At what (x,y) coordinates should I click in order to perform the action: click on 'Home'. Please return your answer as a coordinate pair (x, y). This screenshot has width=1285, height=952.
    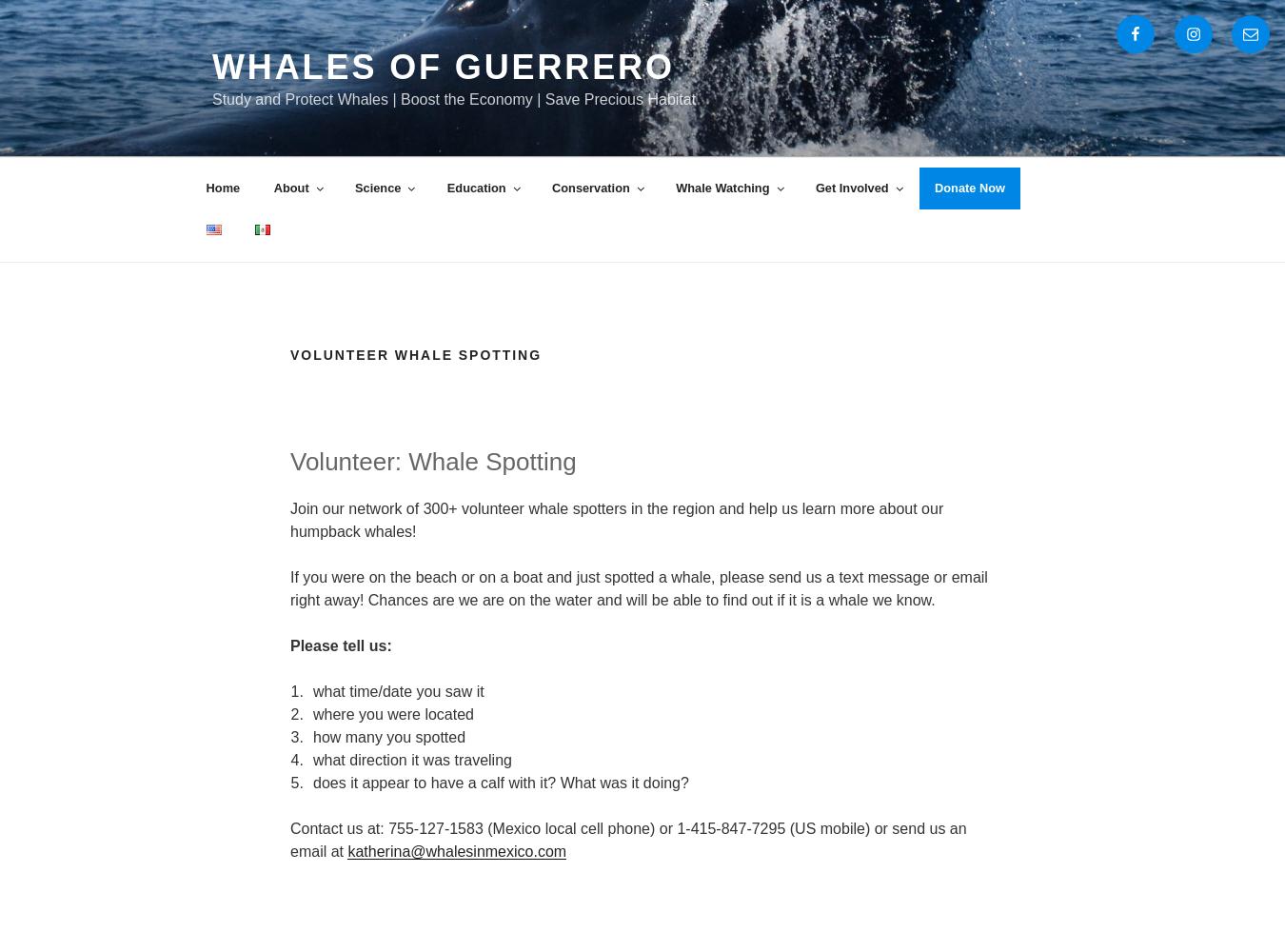
    Looking at the image, I should click on (206, 187).